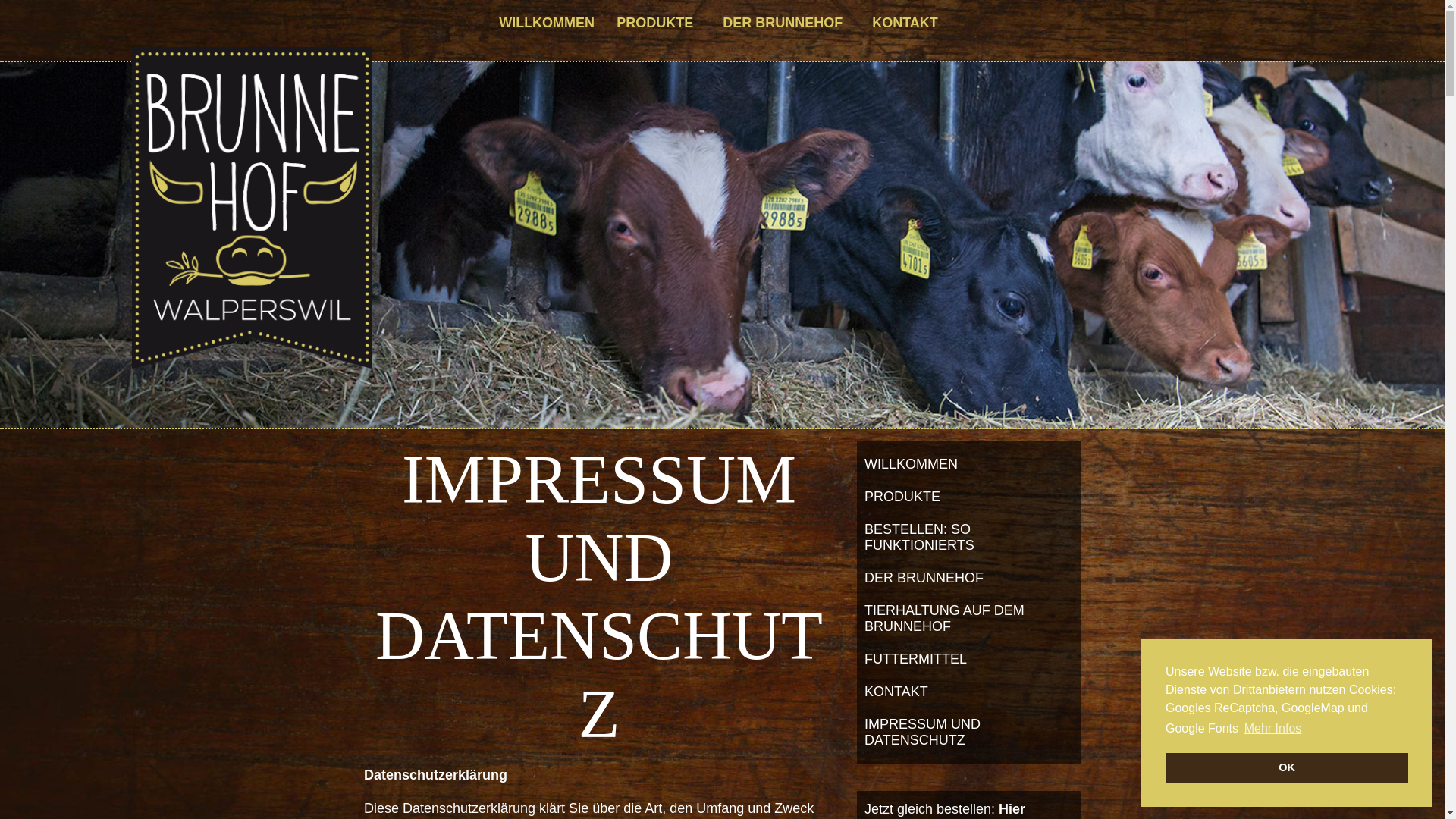 Image resolution: width=1456 pixels, height=819 pixels. I want to click on 'TIERHALTUNG AUF DEM BRUNNEHOF', so click(968, 619).